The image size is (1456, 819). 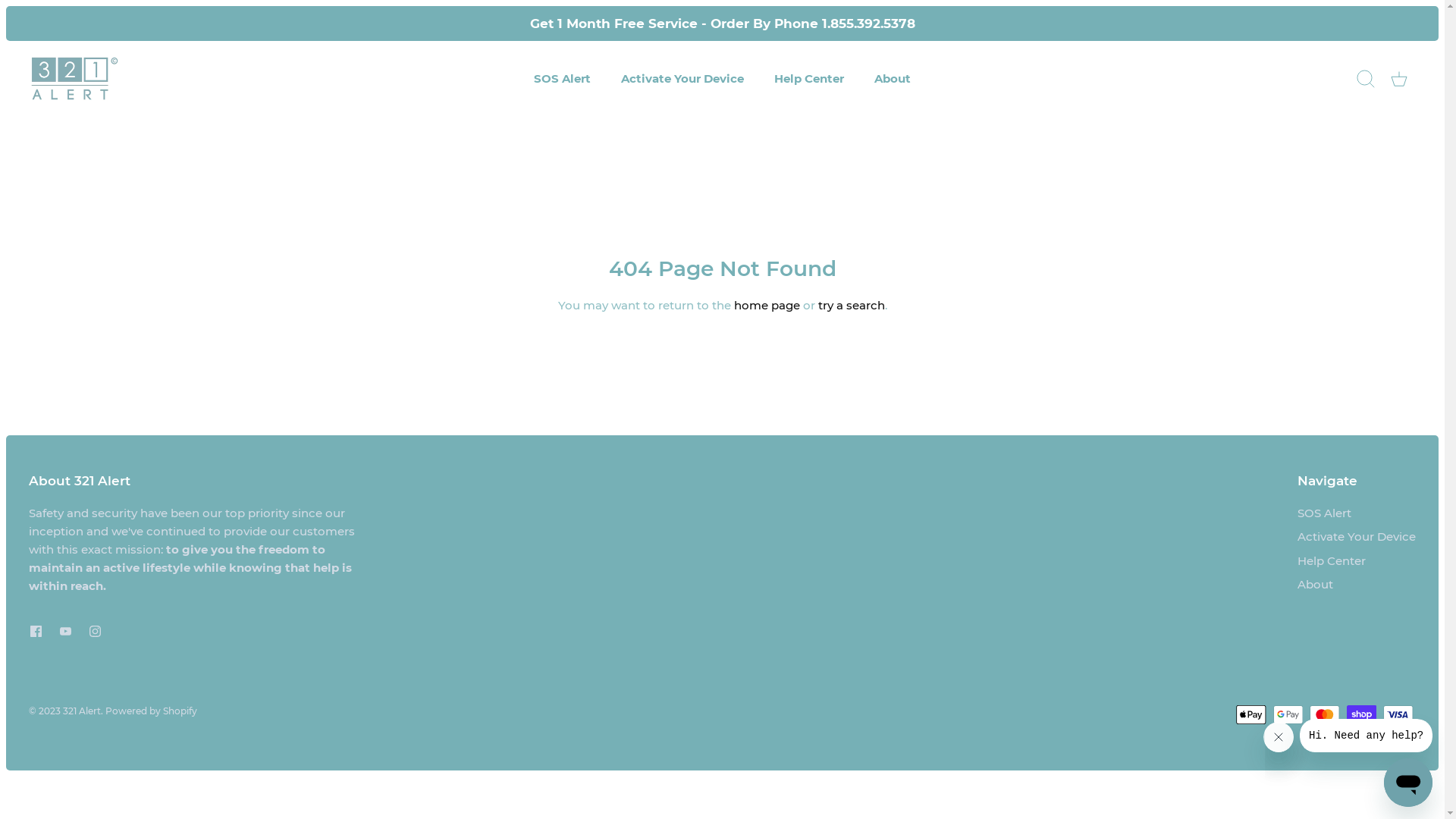 I want to click on 'Button to launch messaging window', so click(x=1407, y=783).